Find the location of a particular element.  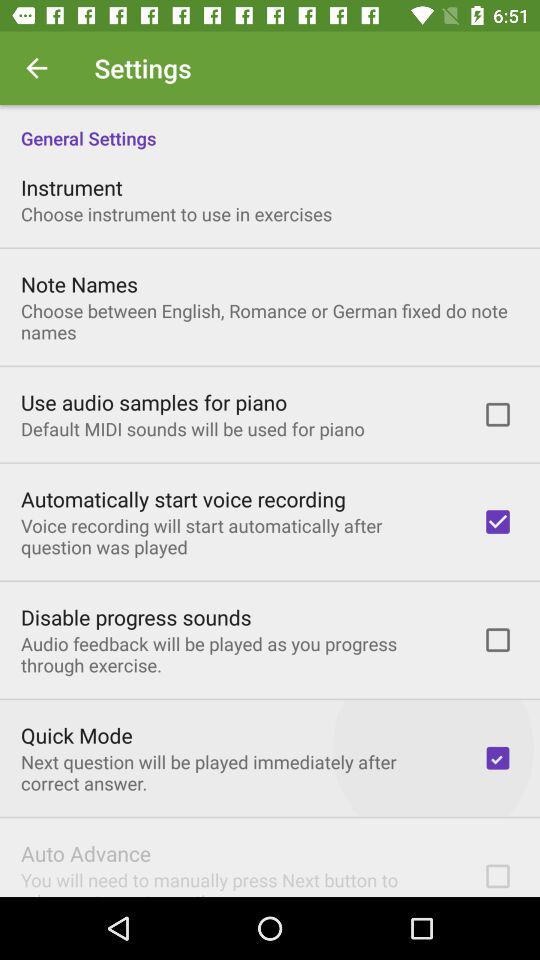

the general settings is located at coordinates (270, 126).